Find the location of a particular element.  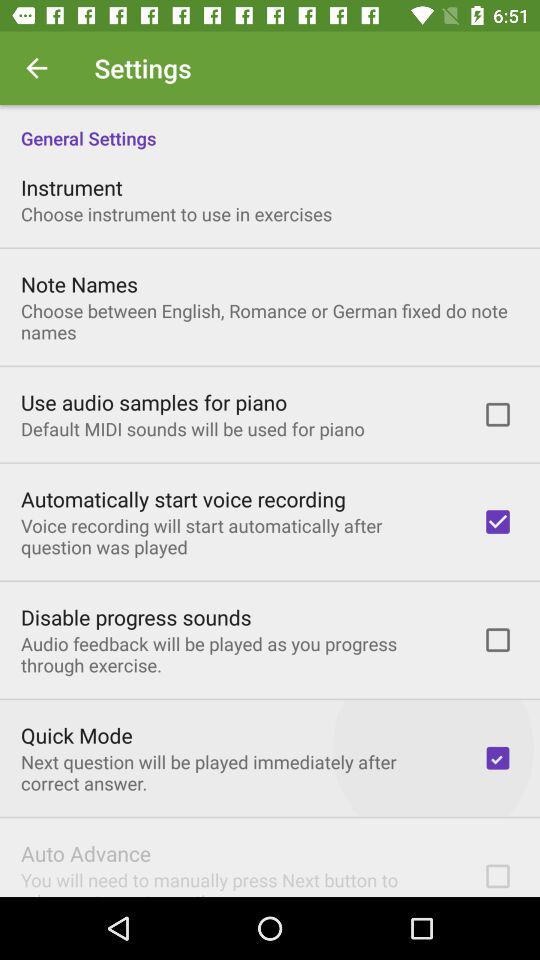

the general settings is located at coordinates (270, 126).